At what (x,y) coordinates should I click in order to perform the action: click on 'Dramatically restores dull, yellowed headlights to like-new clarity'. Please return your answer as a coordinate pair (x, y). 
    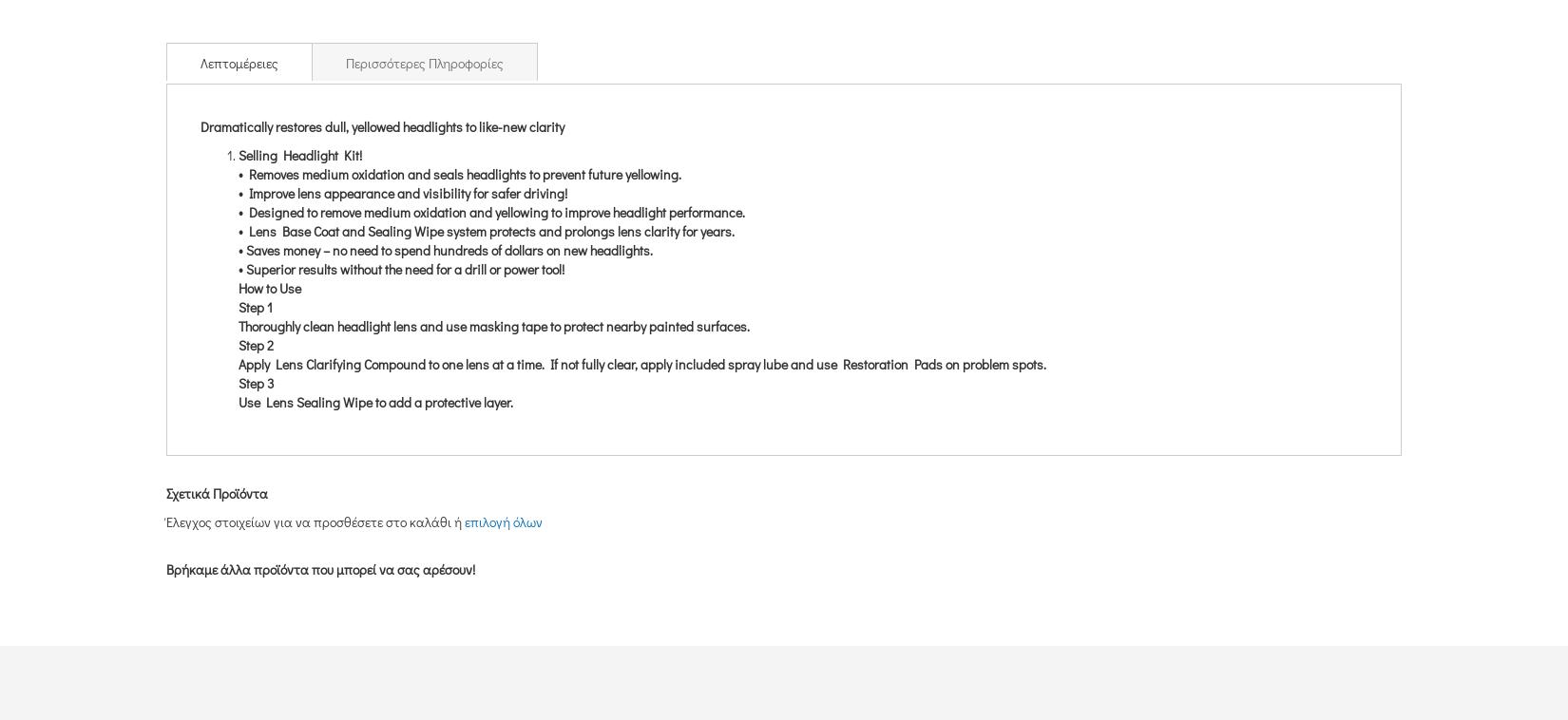
    Looking at the image, I should click on (382, 124).